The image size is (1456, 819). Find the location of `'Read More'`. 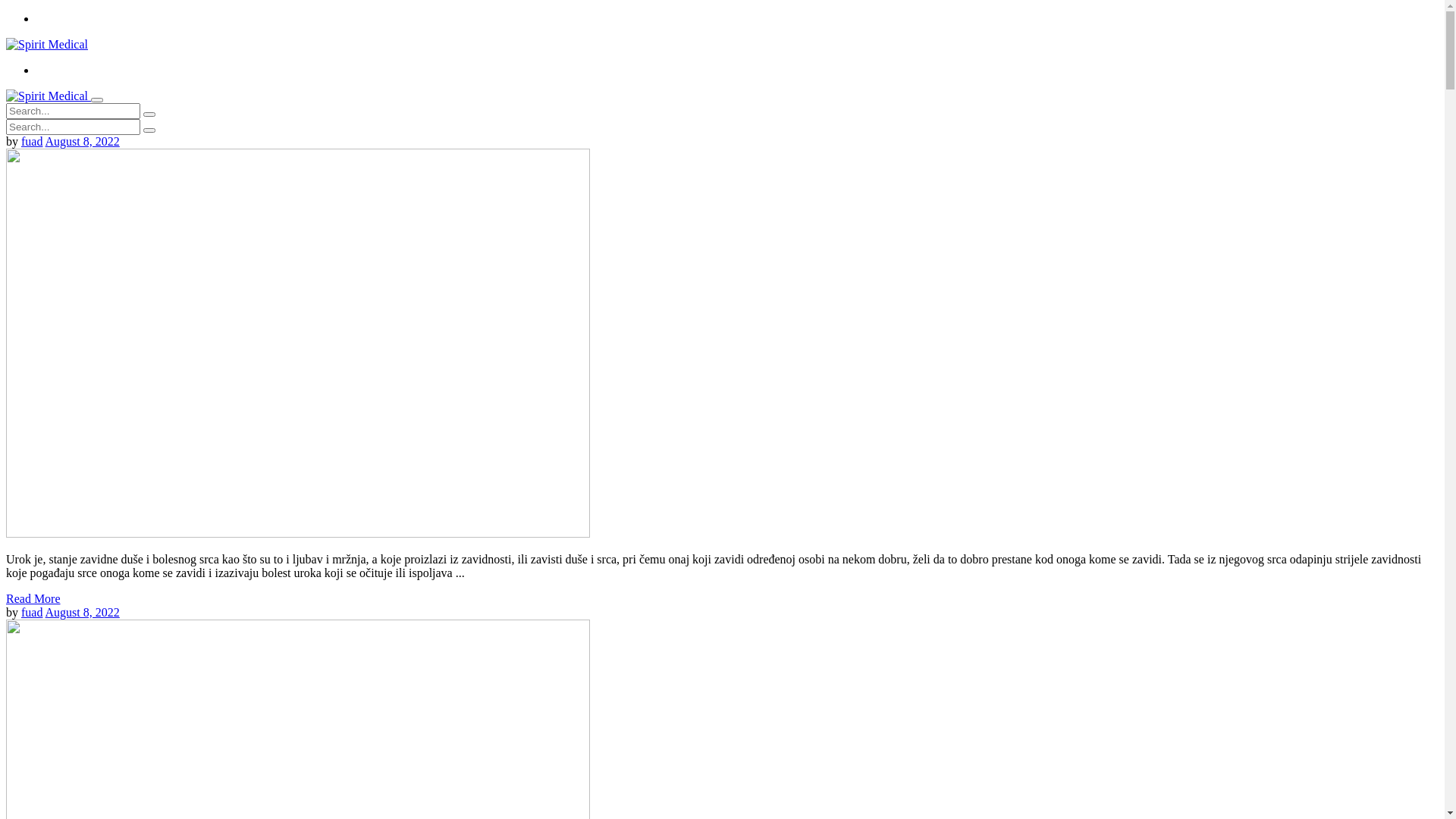

'Read More' is located at coordinates (33, 598).